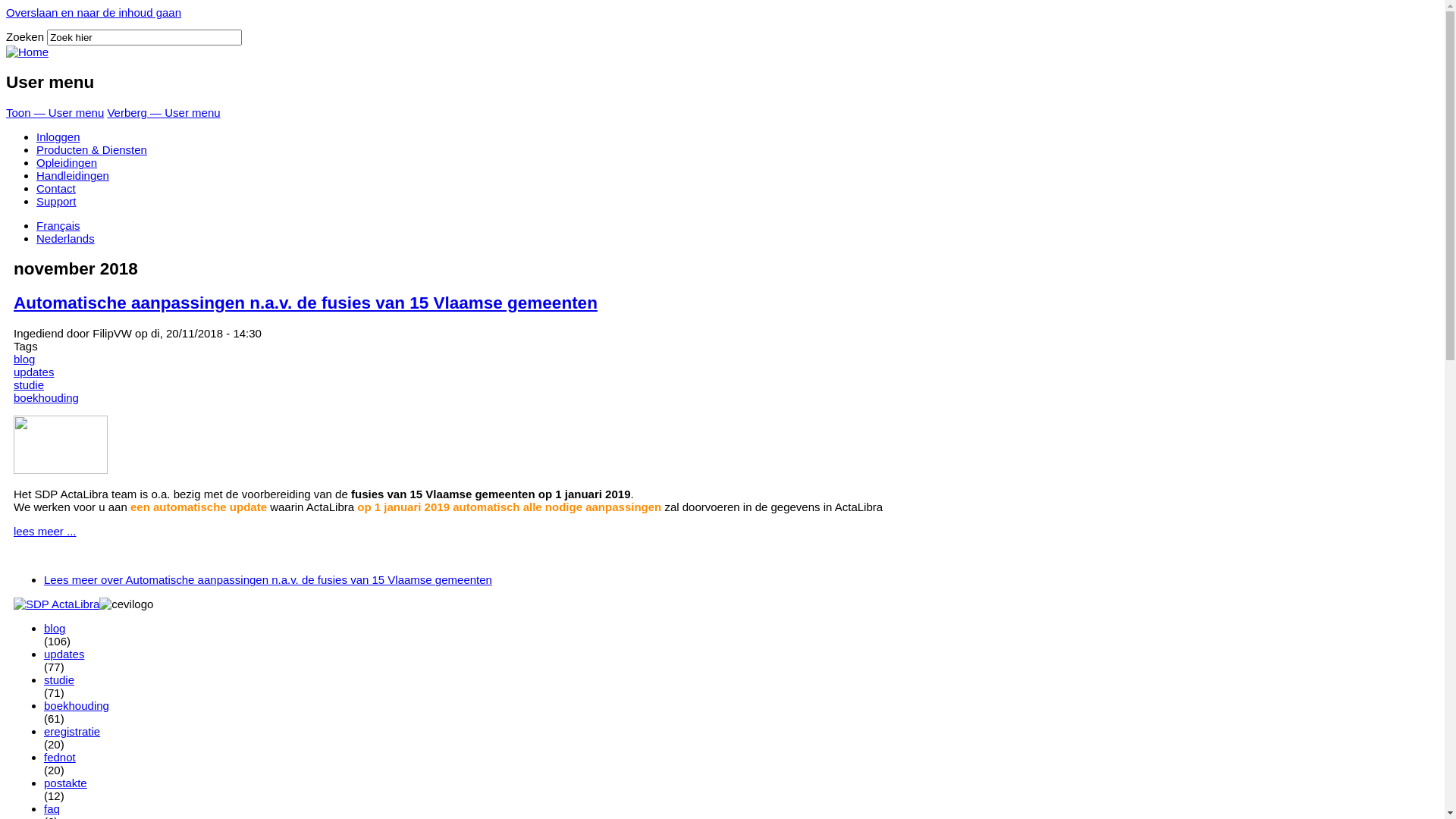 This screenshot has height=819, width=1456. I want to click on 'Opleidingen', so click(65, 162).